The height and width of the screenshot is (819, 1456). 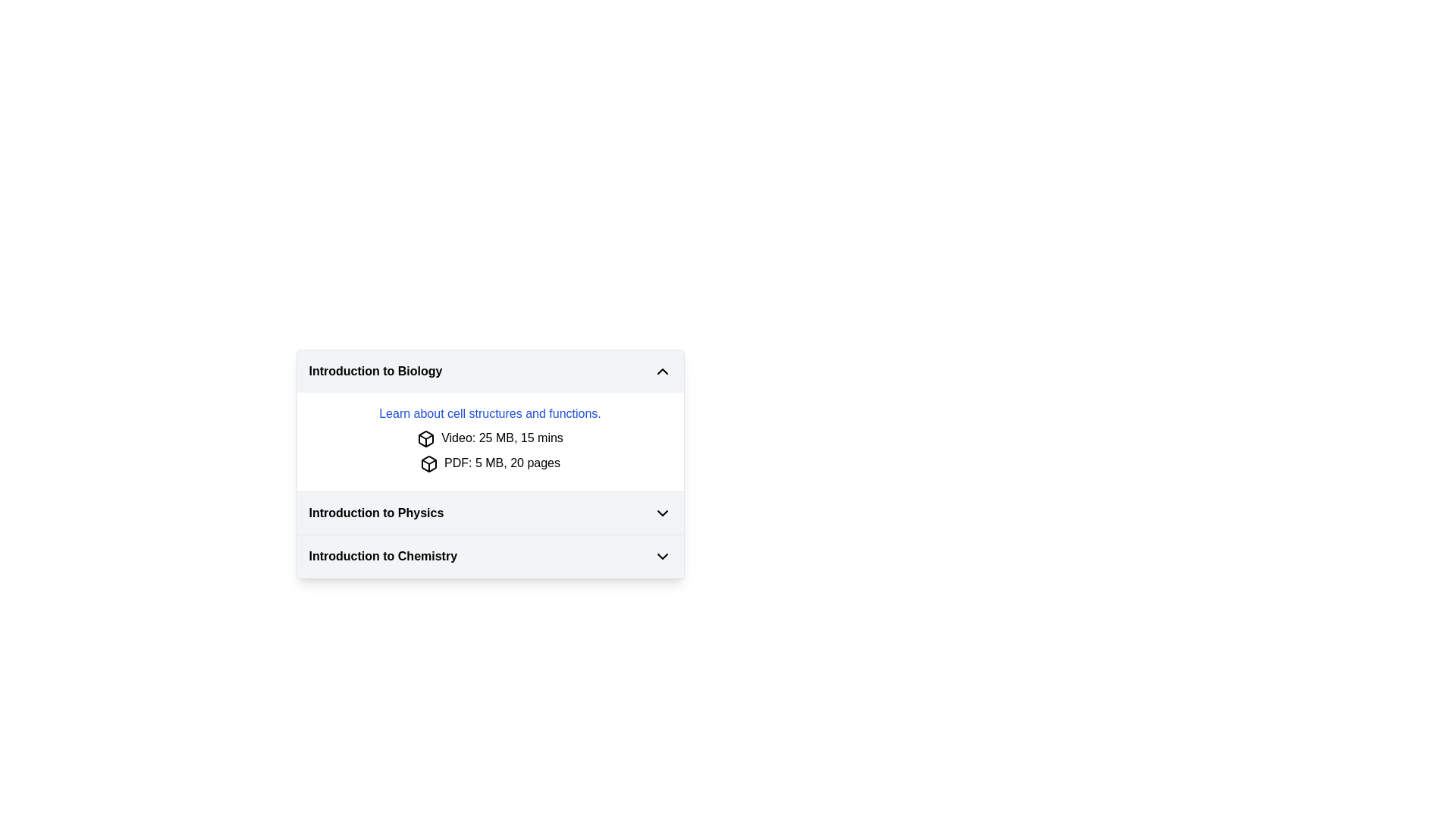 I want to click on the third interactive expandable list item titled 'Introduction to Chemistry' to change its background color, so click(x=490, y=557).